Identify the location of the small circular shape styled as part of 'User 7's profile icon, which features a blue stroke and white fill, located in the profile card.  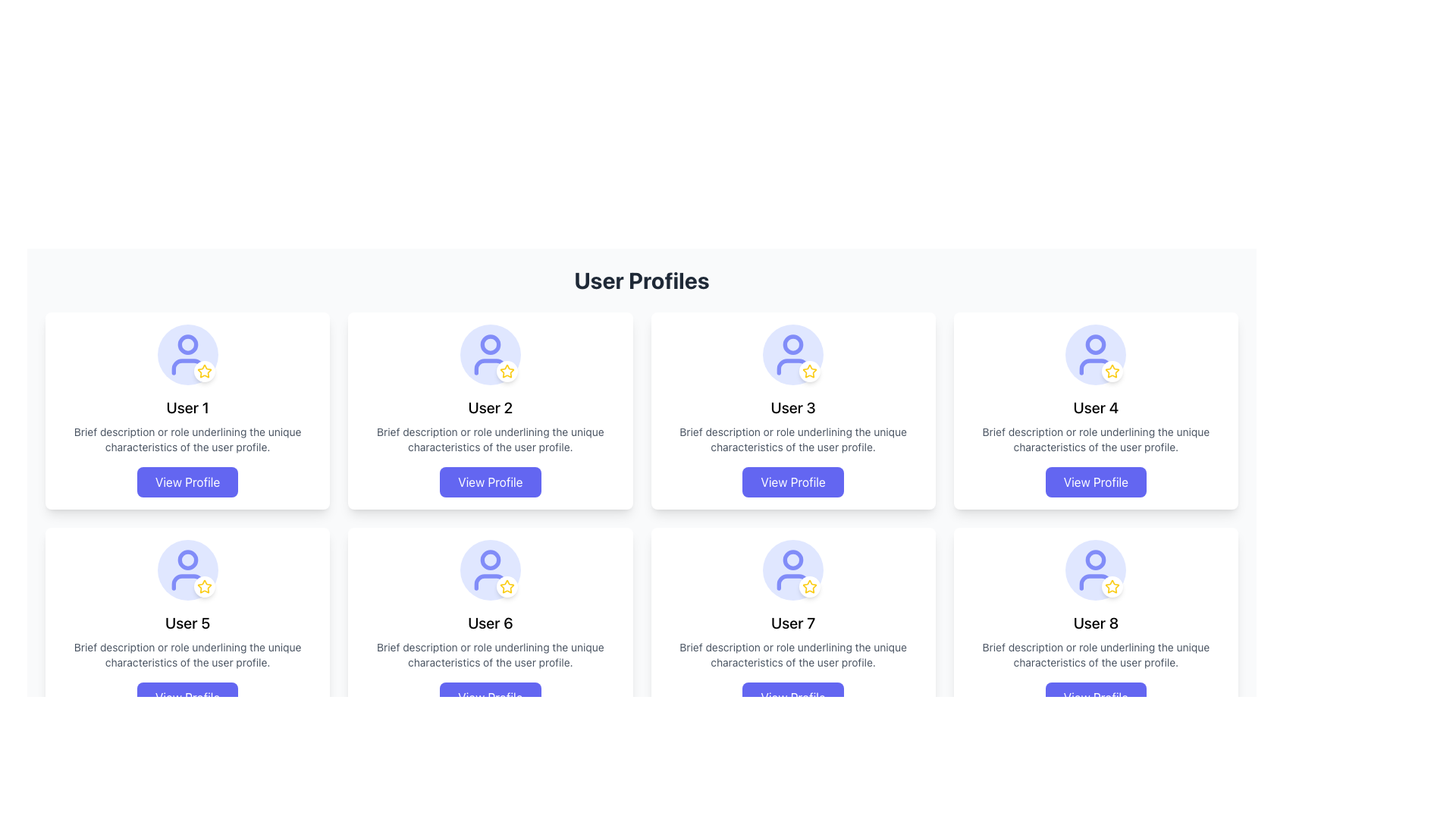
(792, 560).